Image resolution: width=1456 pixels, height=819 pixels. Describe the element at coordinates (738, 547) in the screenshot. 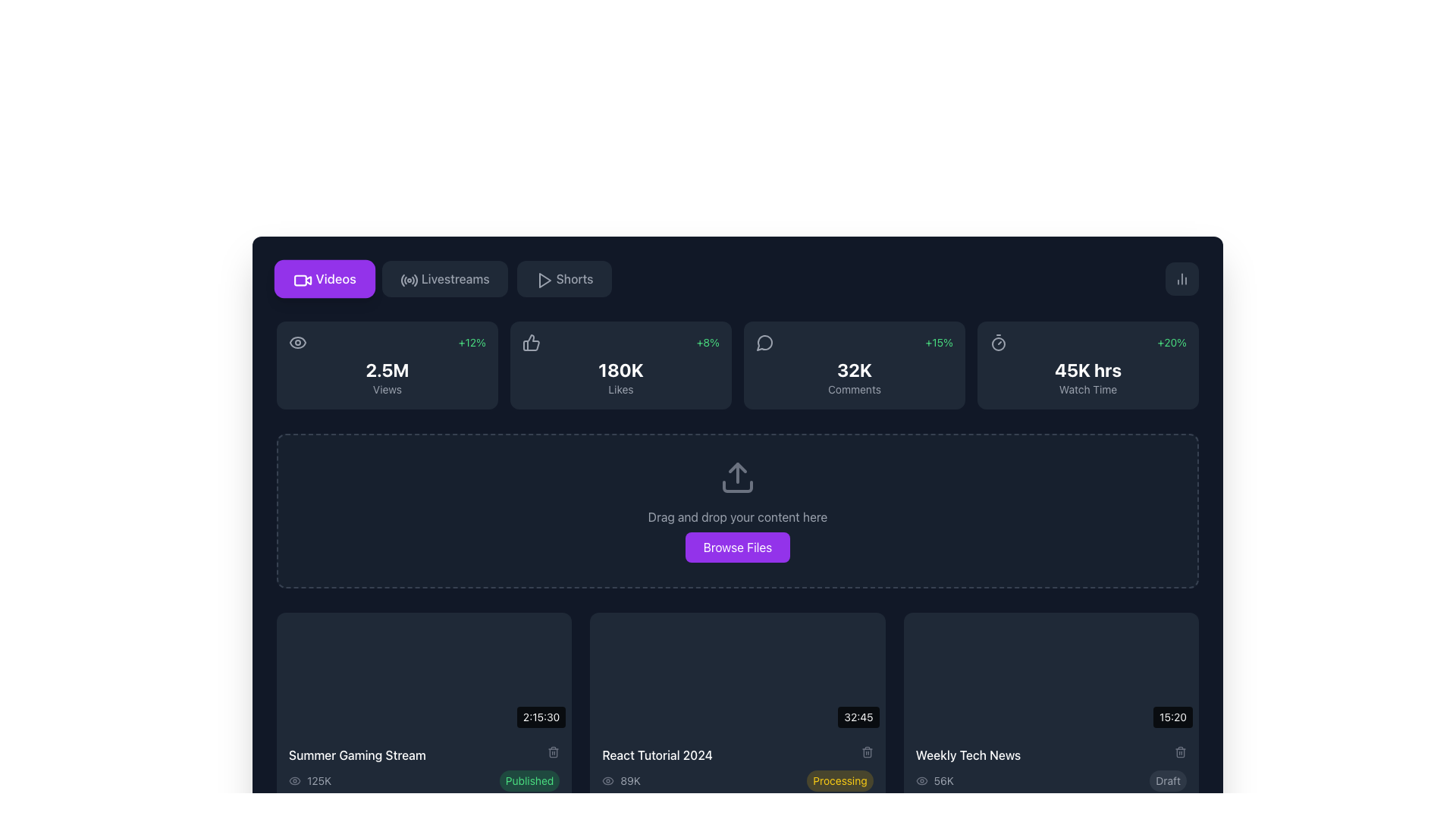

I see `the button located within the bordered section labeled 'Drag and drop your content here'` at that location.